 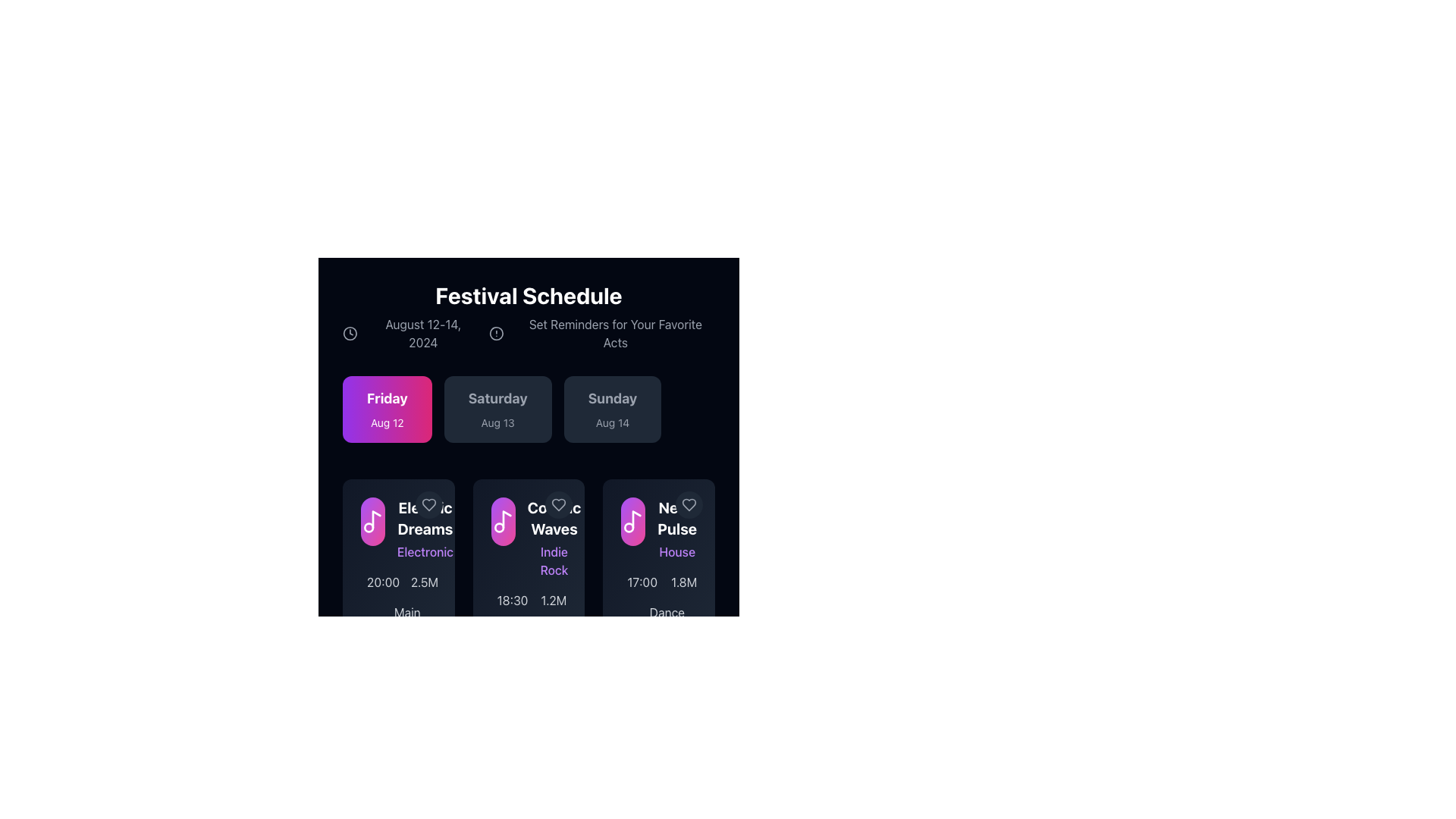 What do you see at coordinates (659, 583) in the screenshot?
I see `the event information card for 'Neon Pulse'` at bounding box center [659, 583].